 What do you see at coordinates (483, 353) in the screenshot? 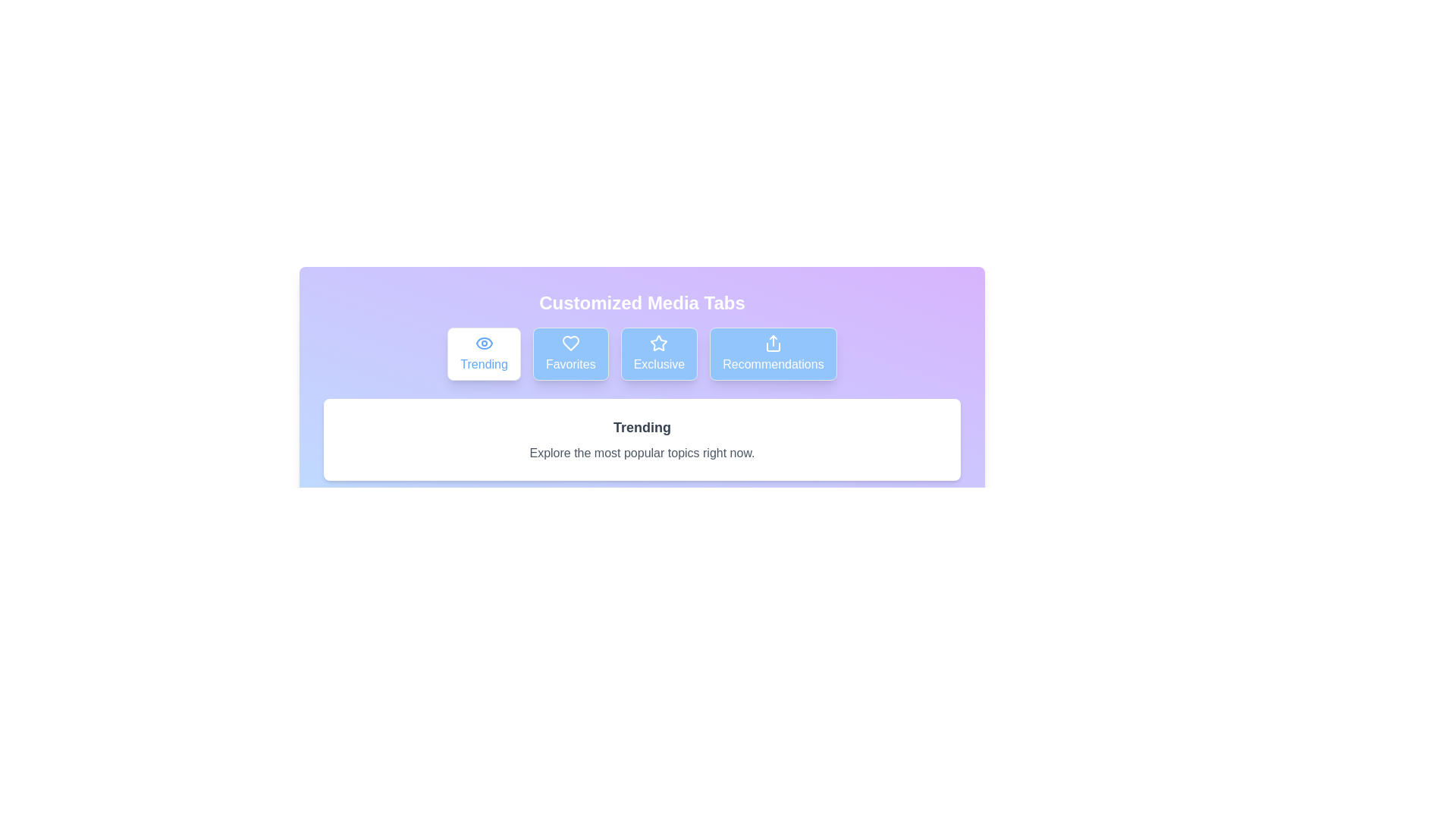
I see `the Trending tab` at bounding box center [483, 353].